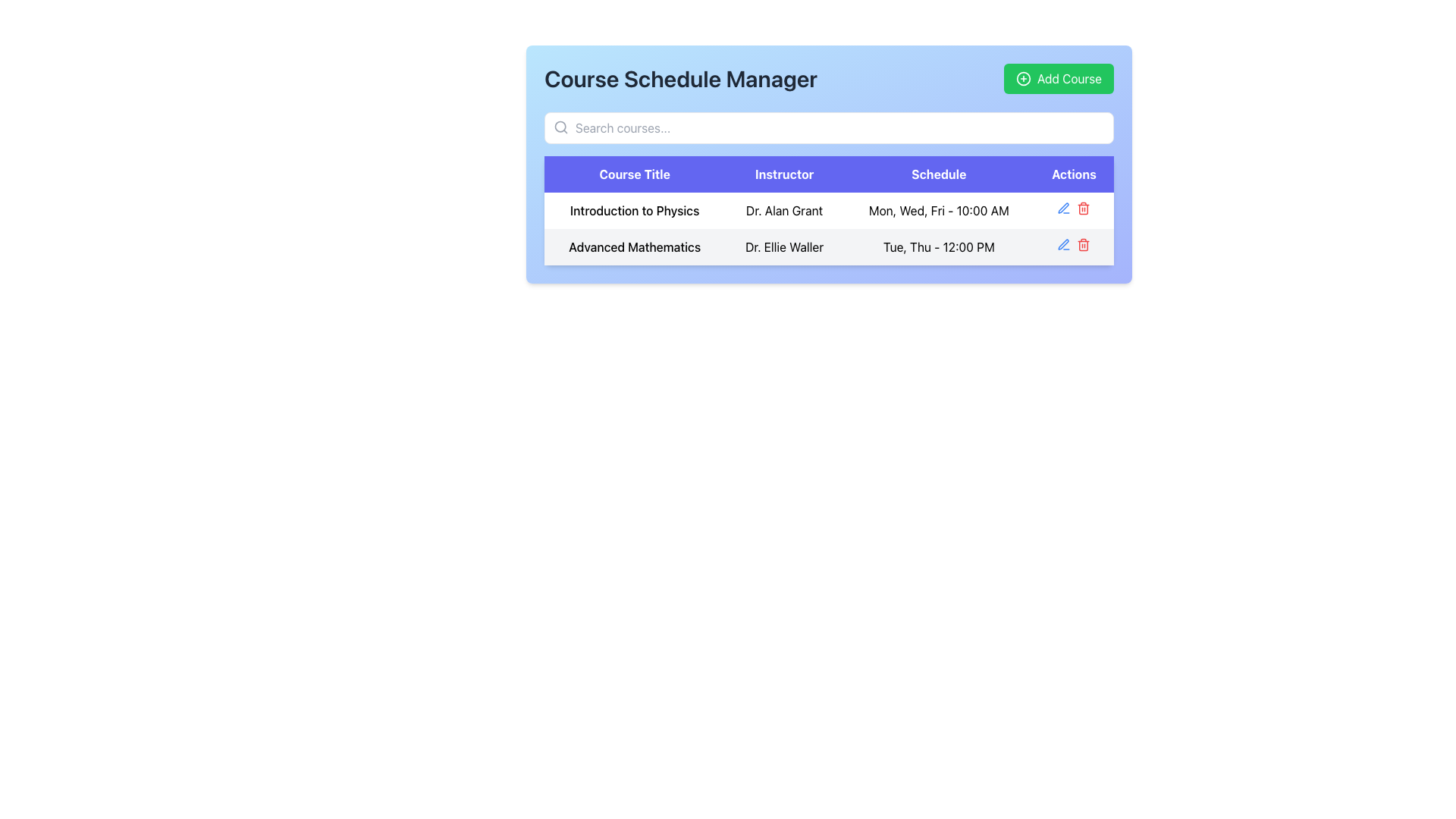  Describe the element at coordinates (784, 210) in the screenshot. I see `instructor's name displayed in the text label element showing 'Dr. Alan Grant', which is located in the second column of the first row of the course information table` at that location.